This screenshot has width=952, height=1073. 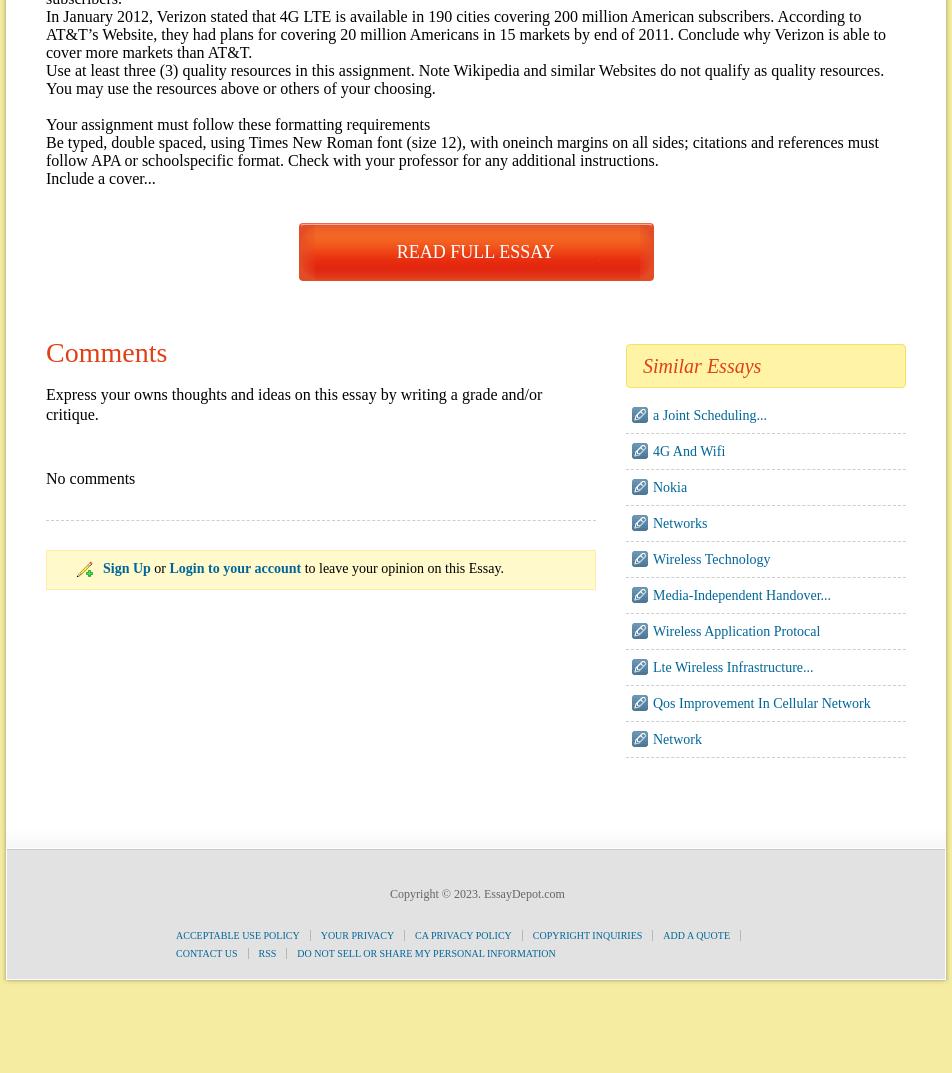 What do you see at coordinates (206, 953) in the screenshot?
I see `'Contact Us'` at bounding box center [206, 953].